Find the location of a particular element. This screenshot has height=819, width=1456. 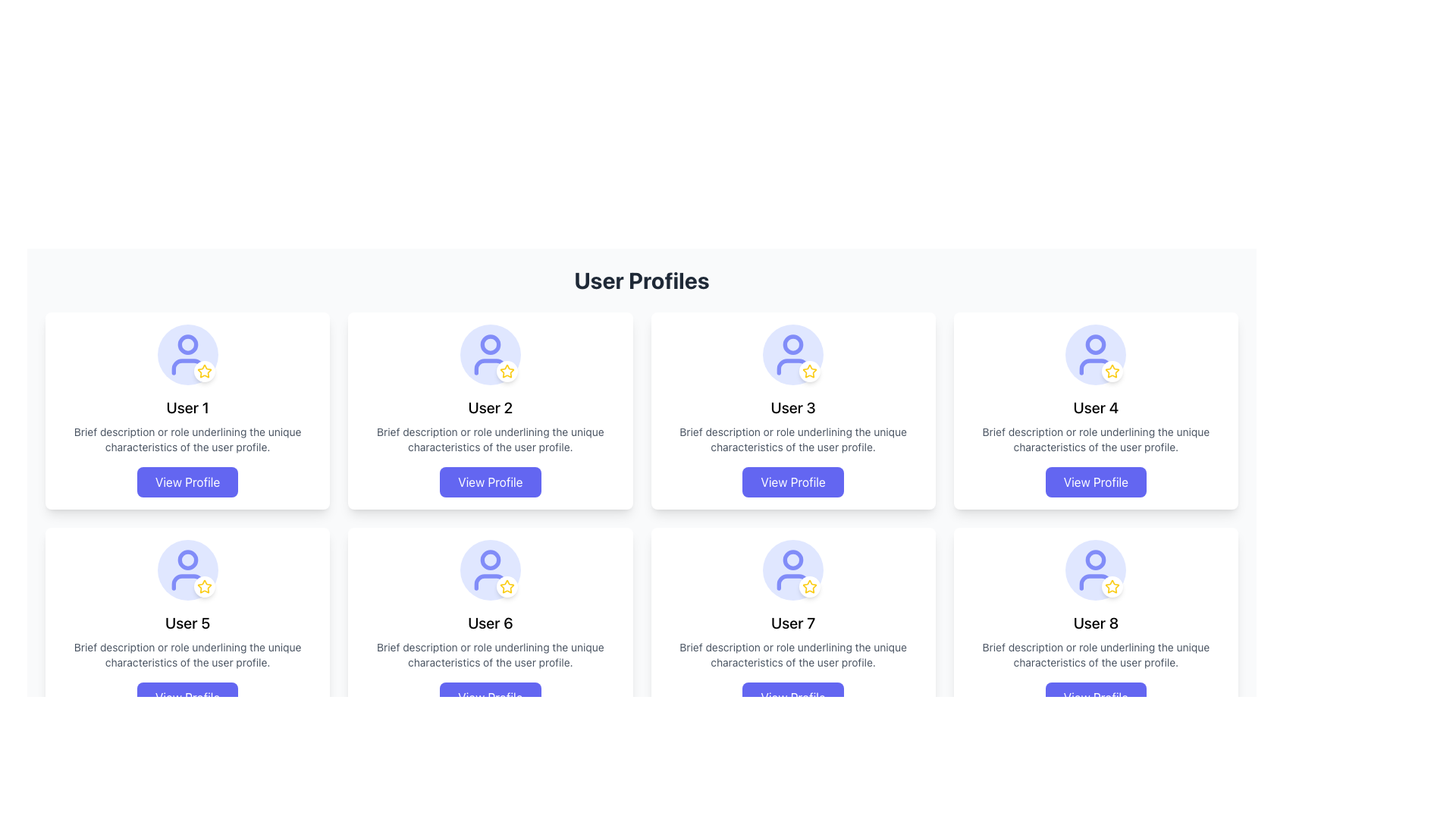

the decorative graphic element within the head region of User 6's avatar, located in the second row and second column of the user profile grid is located at coordinates (490, 560).